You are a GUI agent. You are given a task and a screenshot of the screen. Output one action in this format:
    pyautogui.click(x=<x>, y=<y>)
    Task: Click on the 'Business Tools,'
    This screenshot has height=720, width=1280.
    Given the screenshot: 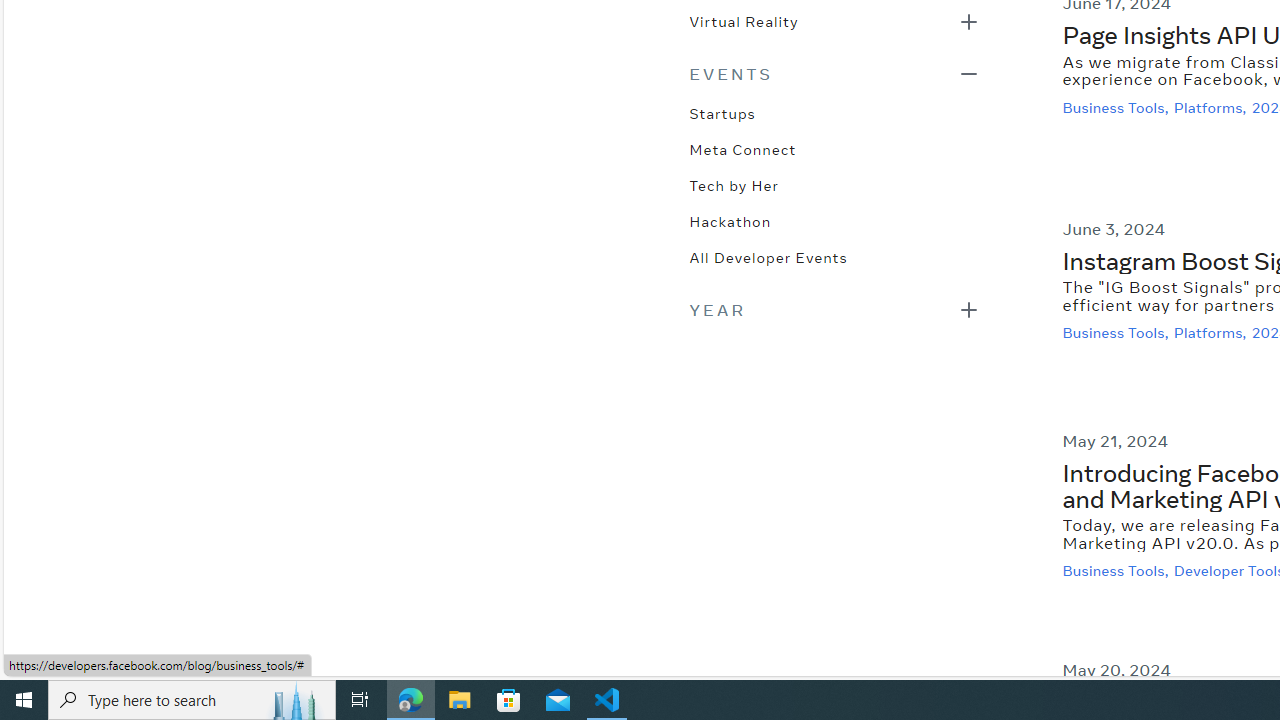 What is the action you would take?
    pyautogui.click(x=1117, y=571)
    